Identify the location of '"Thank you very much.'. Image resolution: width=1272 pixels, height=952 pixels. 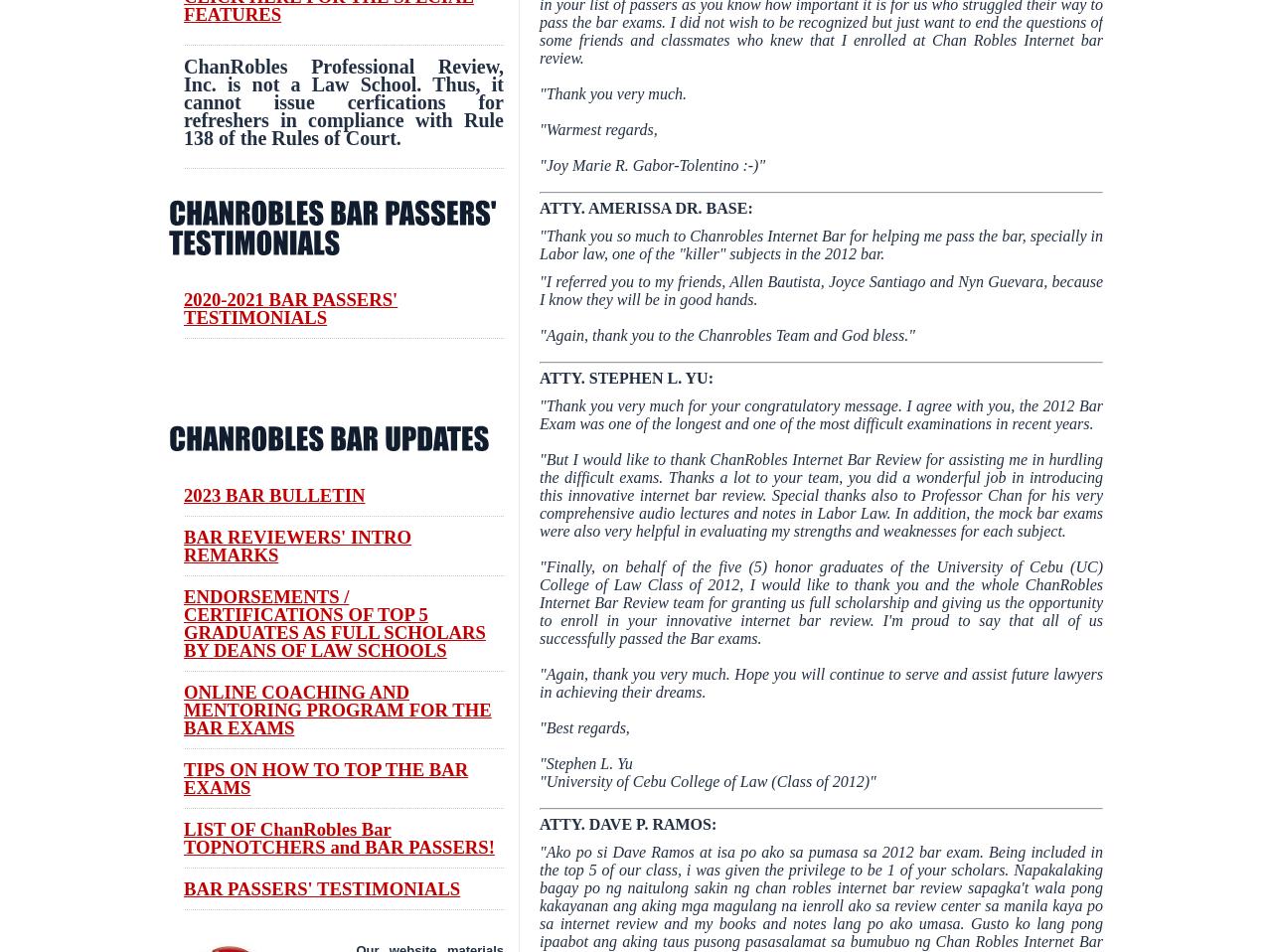
(611, 93).